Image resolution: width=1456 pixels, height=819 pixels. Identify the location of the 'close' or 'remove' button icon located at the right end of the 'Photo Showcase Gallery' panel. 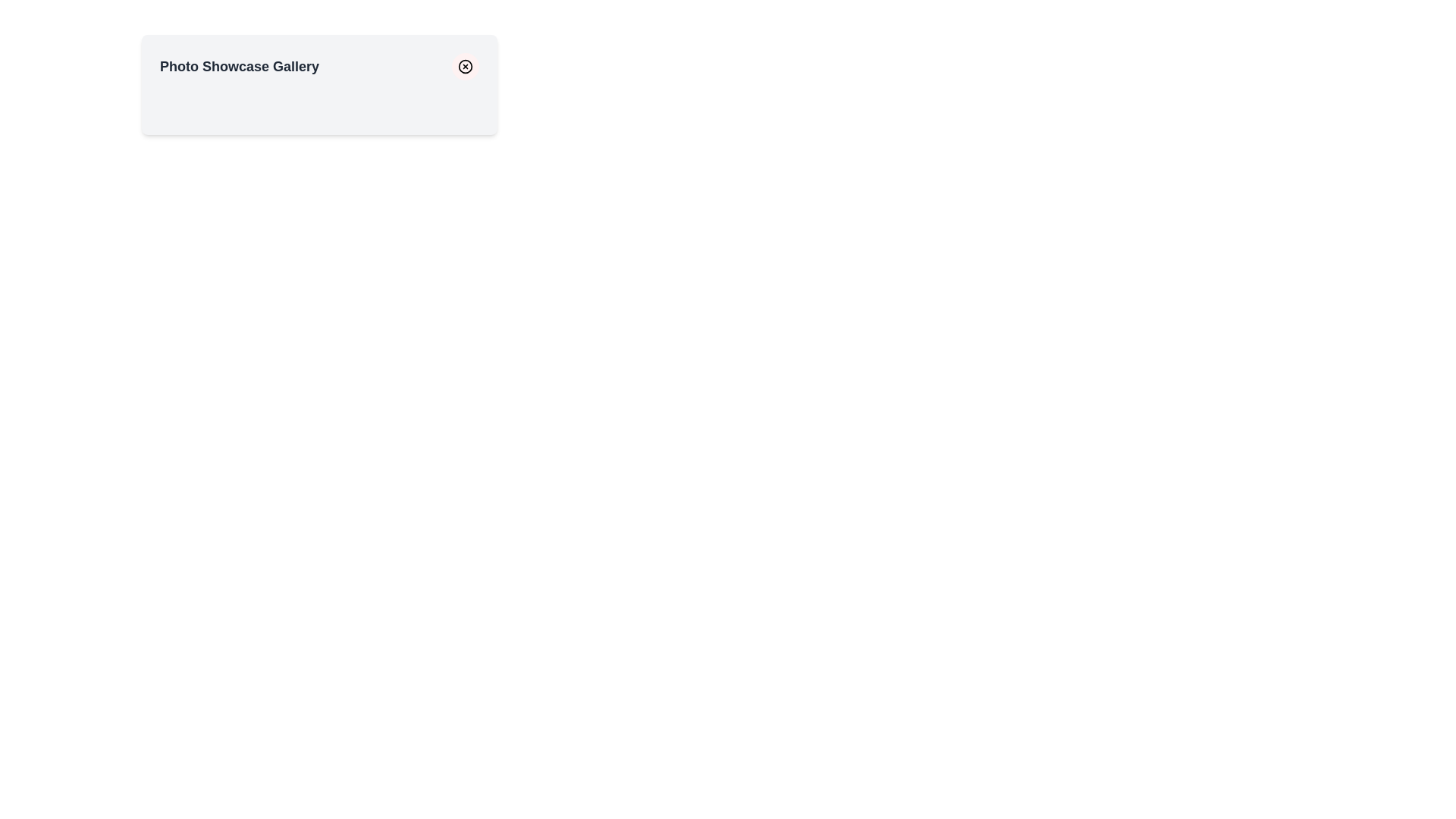
(465, 66).